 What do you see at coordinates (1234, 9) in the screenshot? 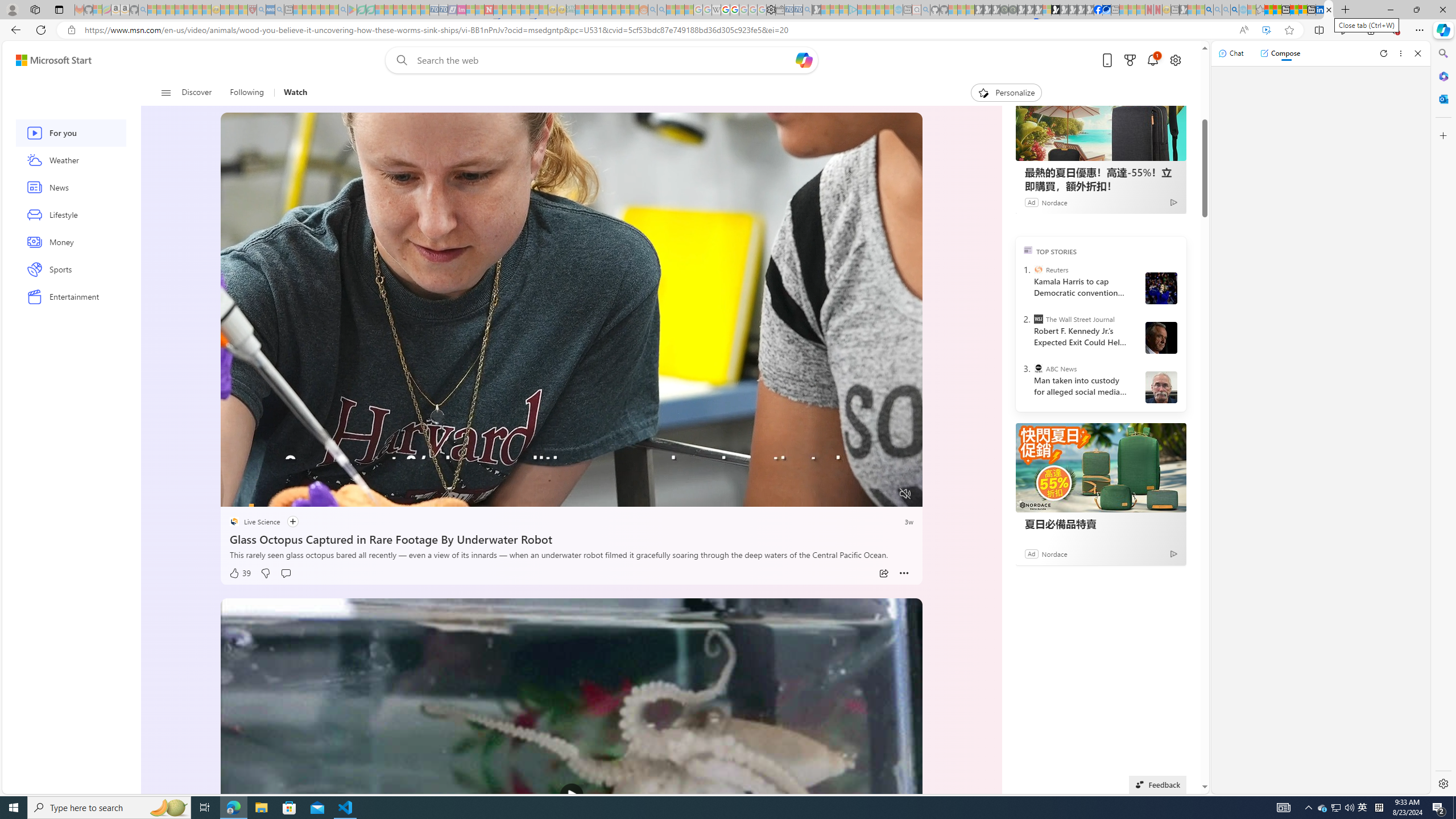
I see `'Google Chrome Internet Browser Download - Search Images'` at bounding box center [1234, 9].